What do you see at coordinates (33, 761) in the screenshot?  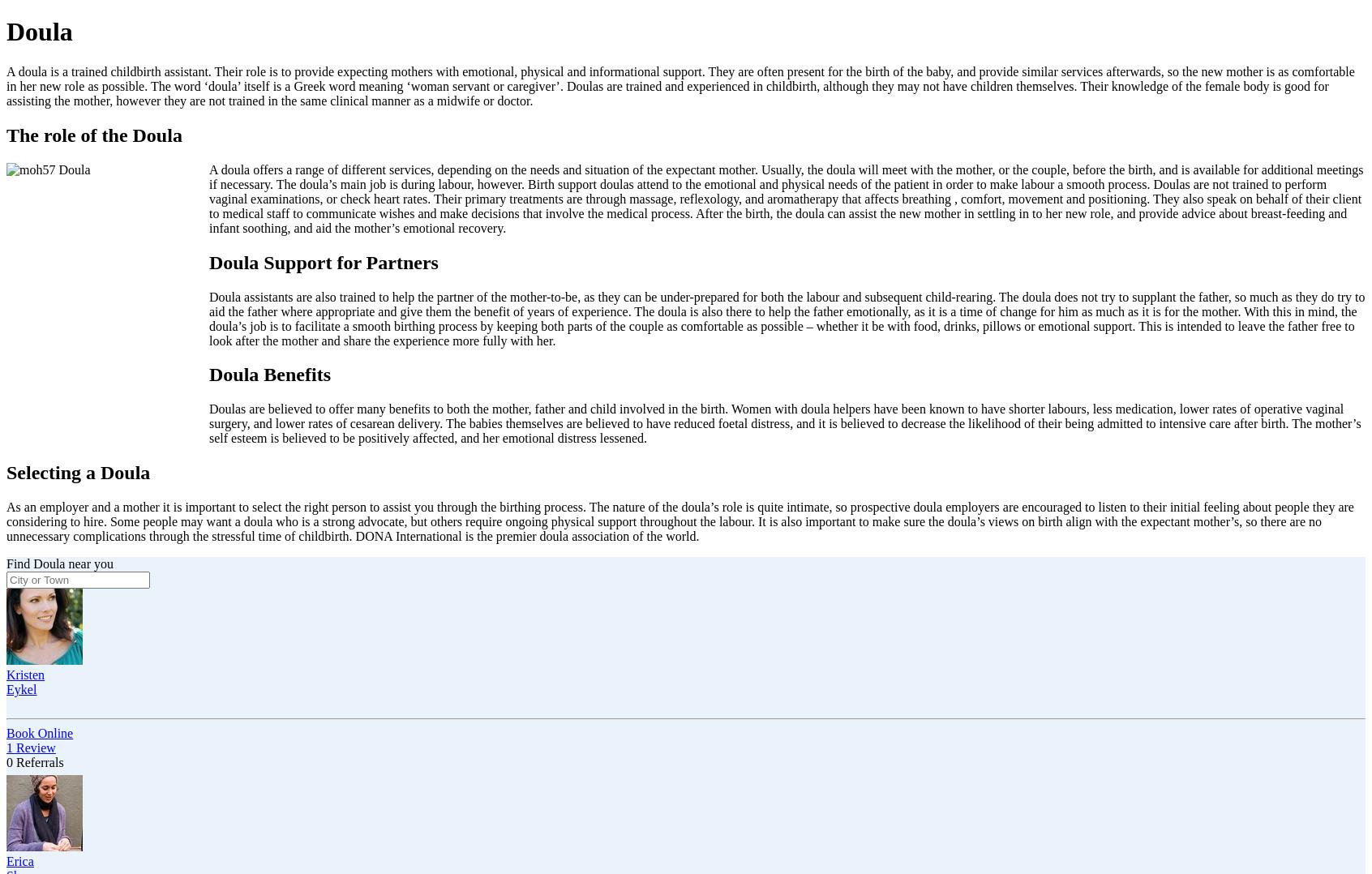 I see `'0 Referrals'` at bounding box center [33, 761].